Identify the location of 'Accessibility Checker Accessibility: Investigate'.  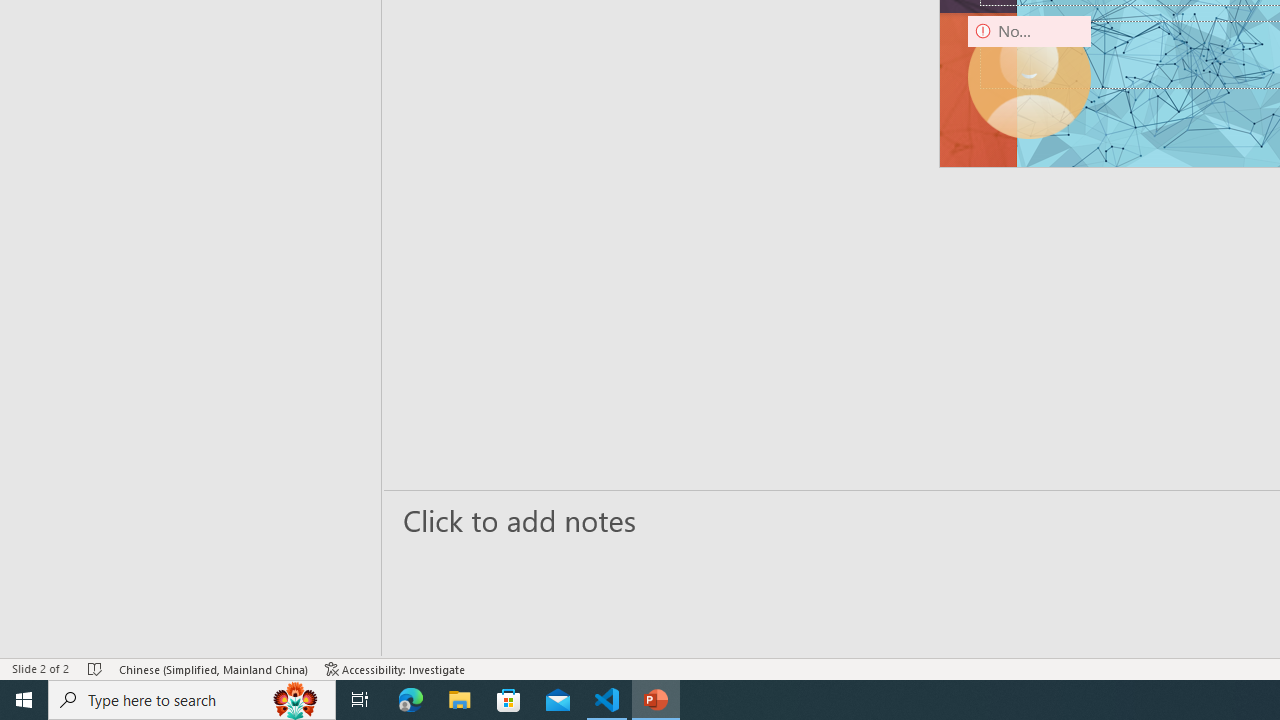
(395, 669).